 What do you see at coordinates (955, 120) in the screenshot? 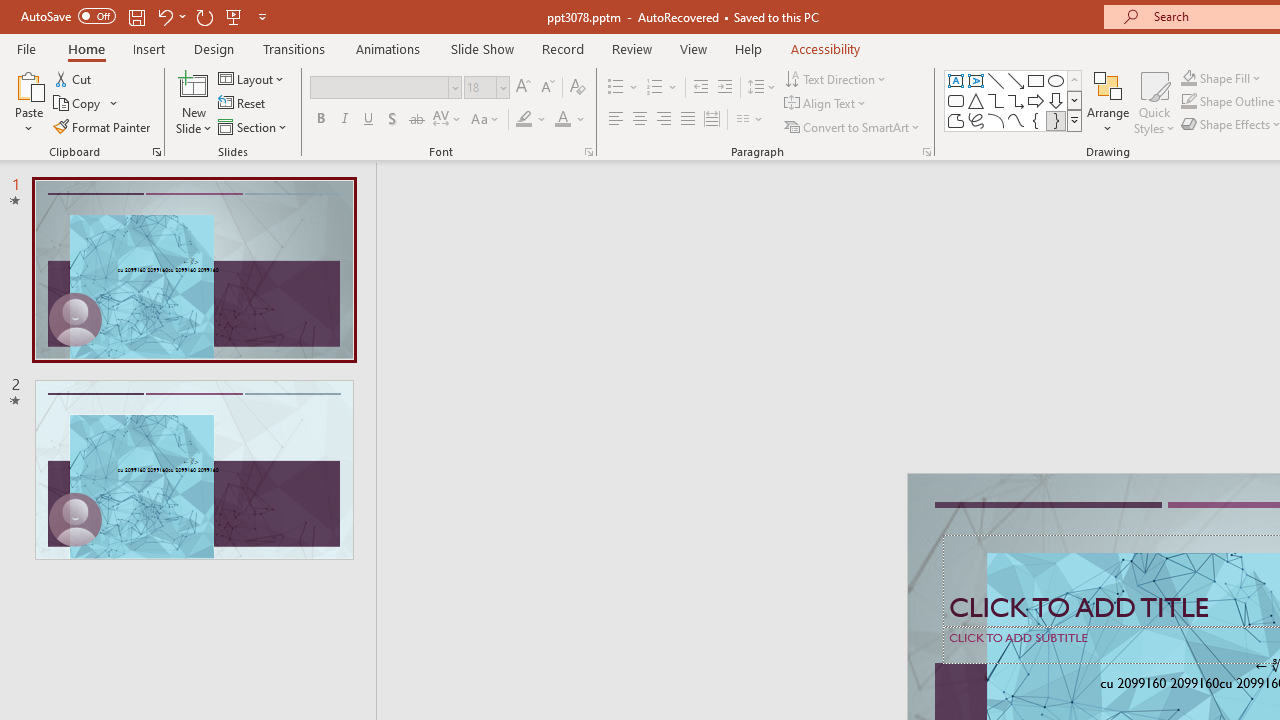
I see `'Freeform: Shape'` at bounding box center [955, 120].